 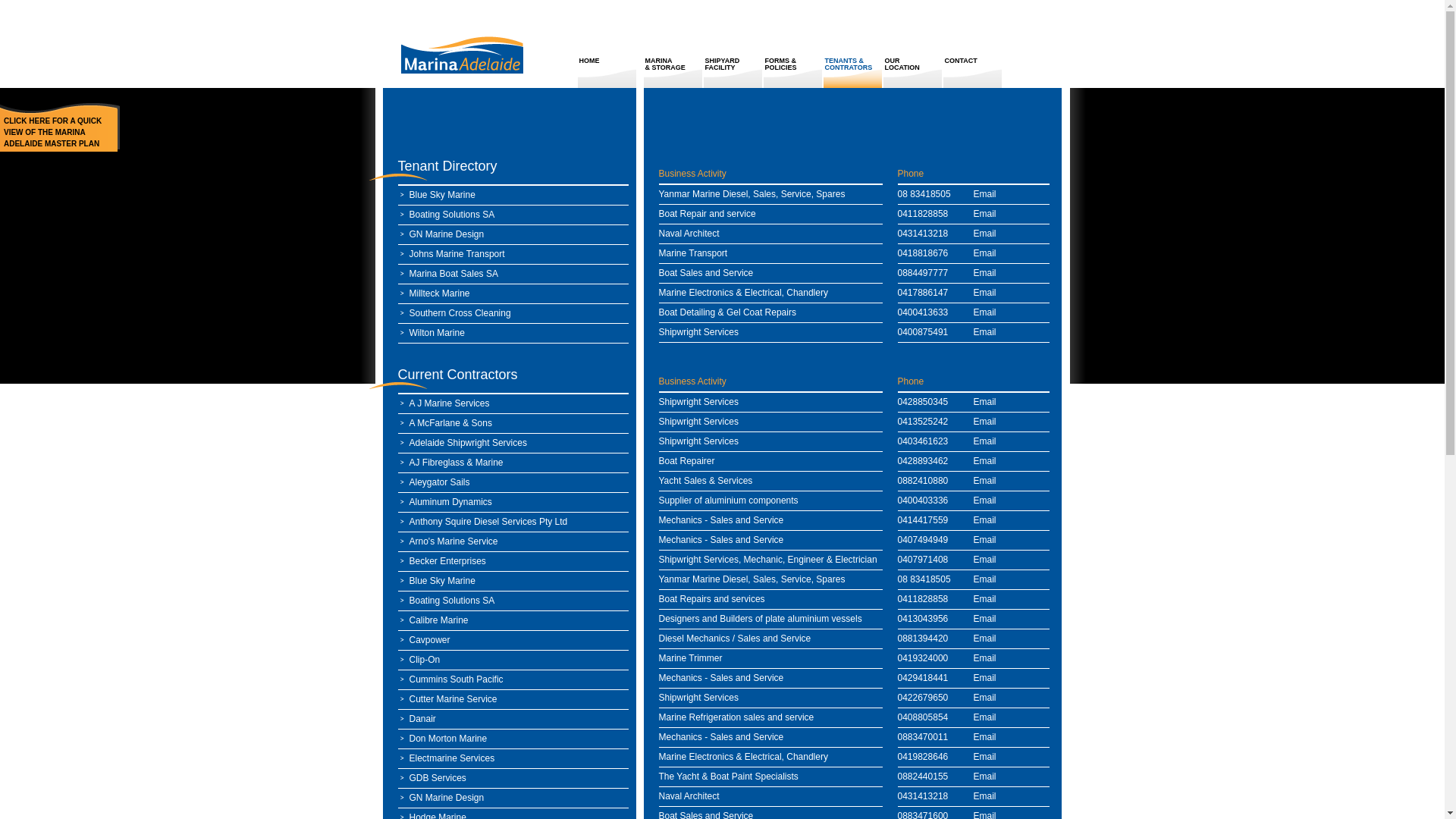 What do you see at coordinates (985, 271) in the screenshot?
I see `'Email'` at bounding box center [985, 271].